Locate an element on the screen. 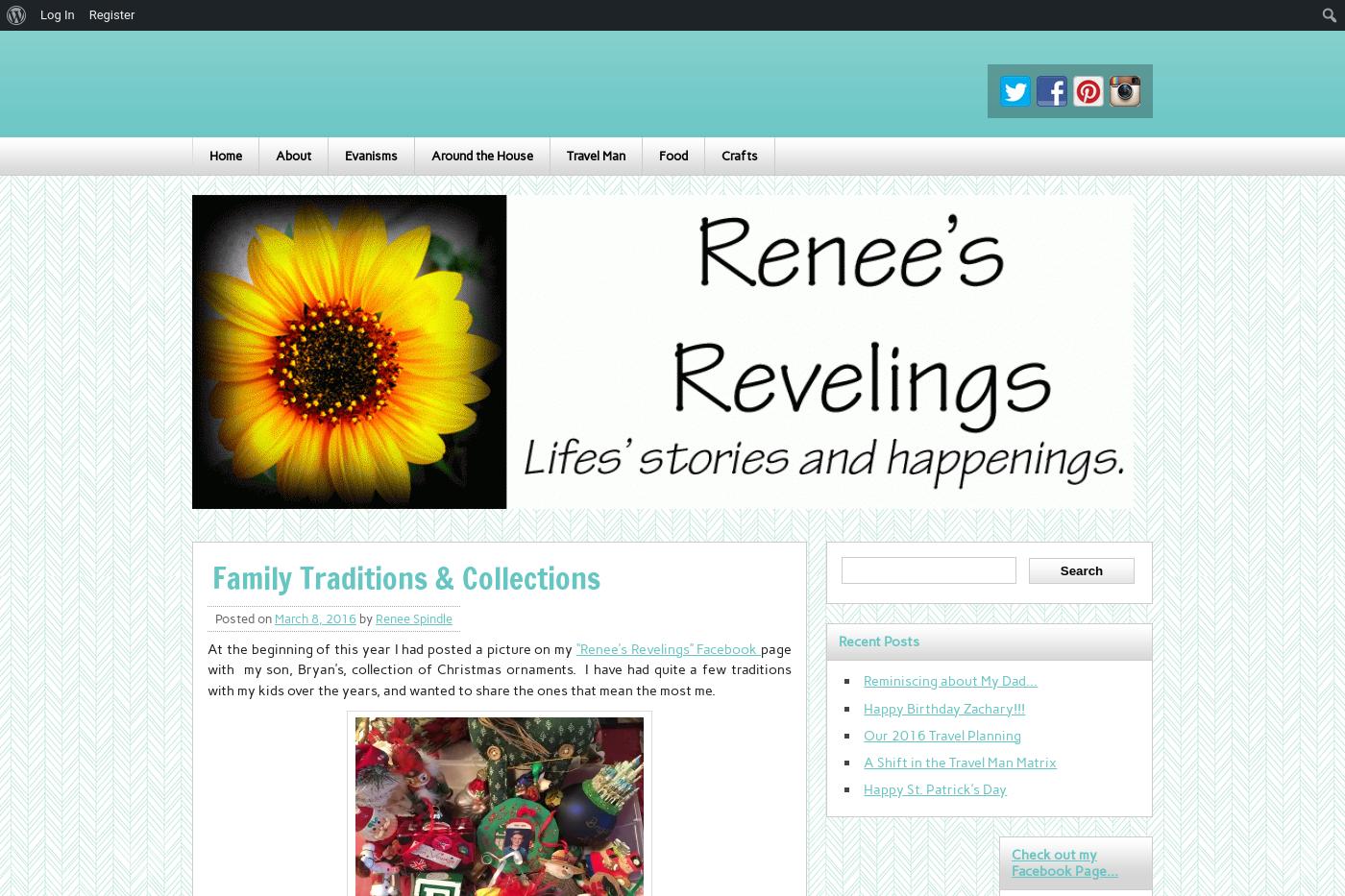 The image size is (1345, 896). 'March 8, 2016' is located at coordinates (315, 618).